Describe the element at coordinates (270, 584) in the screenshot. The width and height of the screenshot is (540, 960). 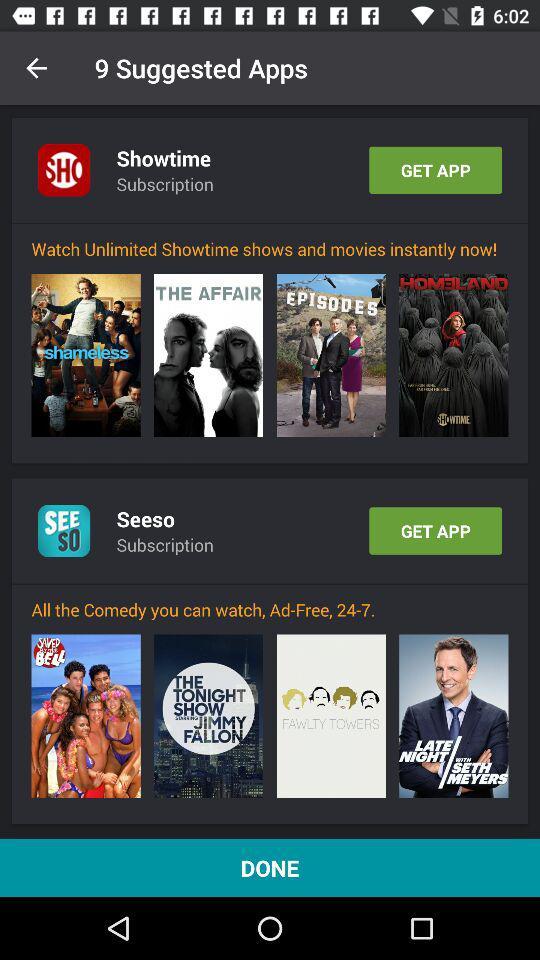
I see `the icon above the all the comedy icon` at that location.